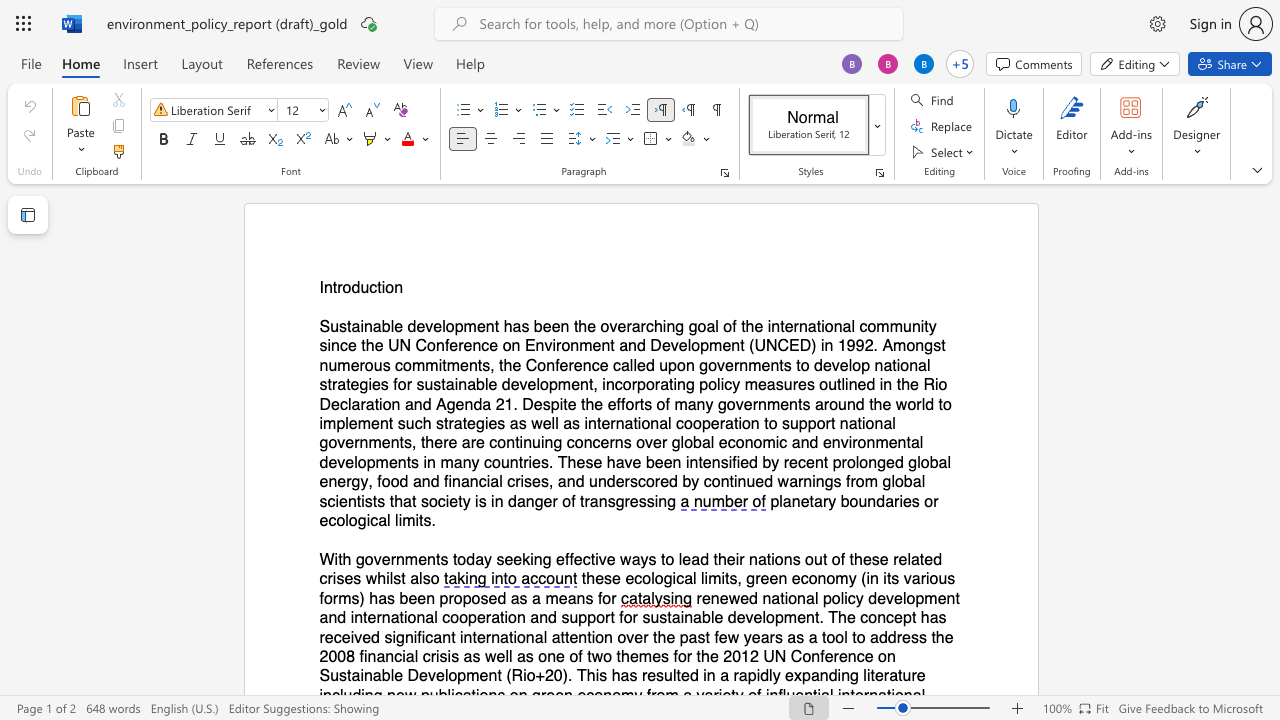 The height and width of the screenshot is (720, 1280). What do you see at coordinates (855, 345) in the screenshot?
I see `the space between the continuous character "9" and "9" in the text` at bounding box center [855, 345].